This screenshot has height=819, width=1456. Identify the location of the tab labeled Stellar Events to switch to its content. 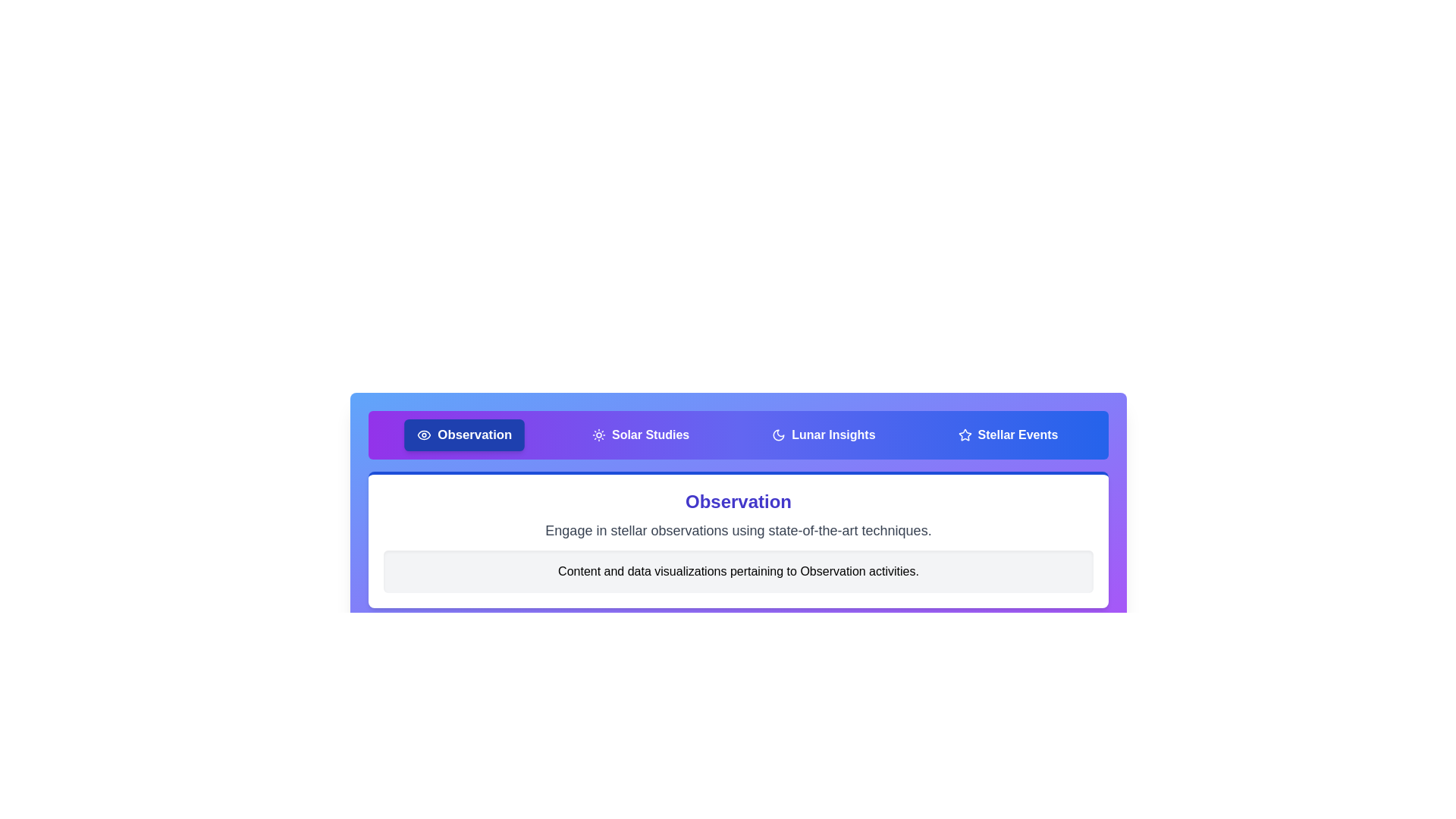
(1008, 435).